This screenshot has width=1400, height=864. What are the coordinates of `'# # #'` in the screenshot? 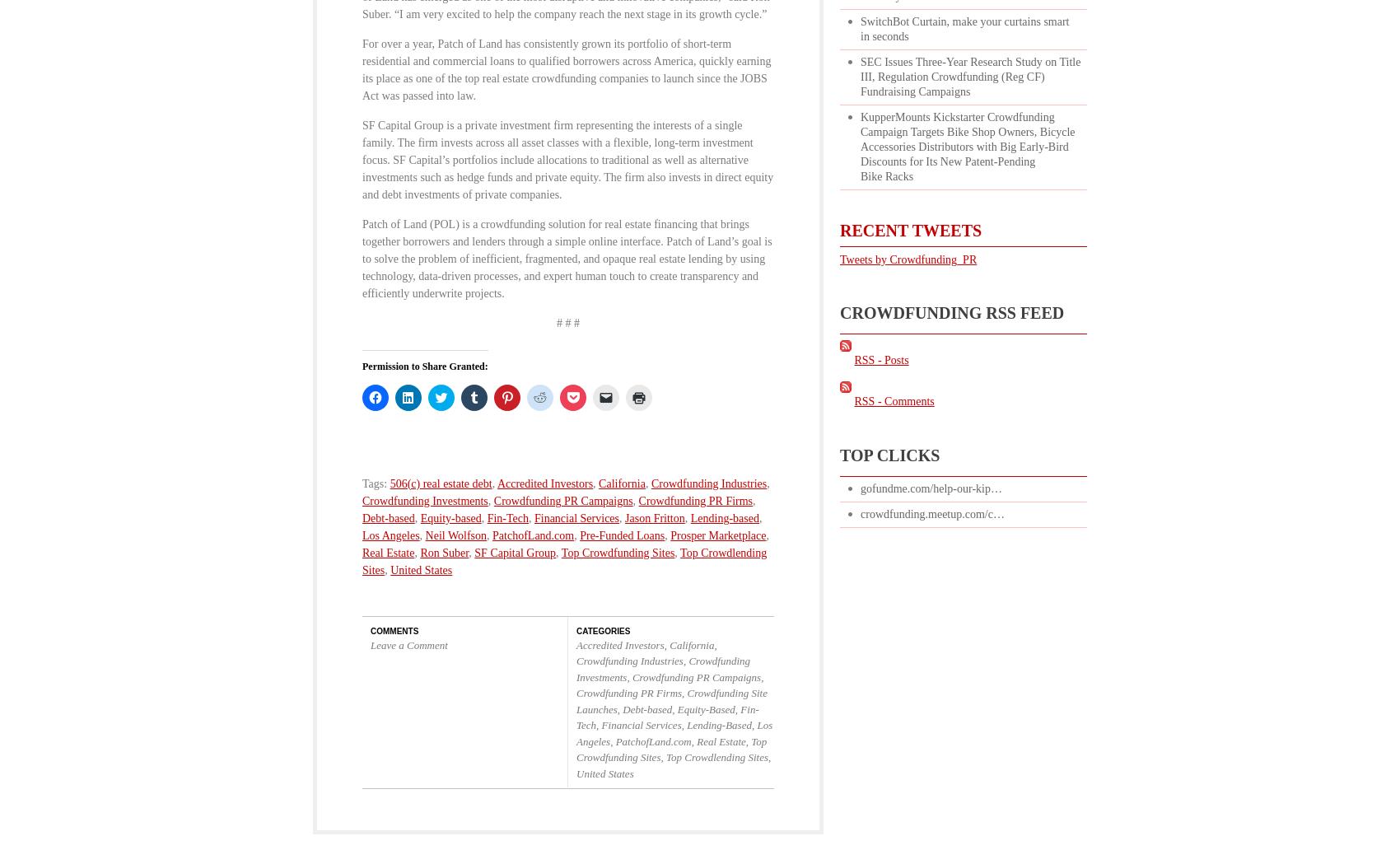 It's located at (568, 322).